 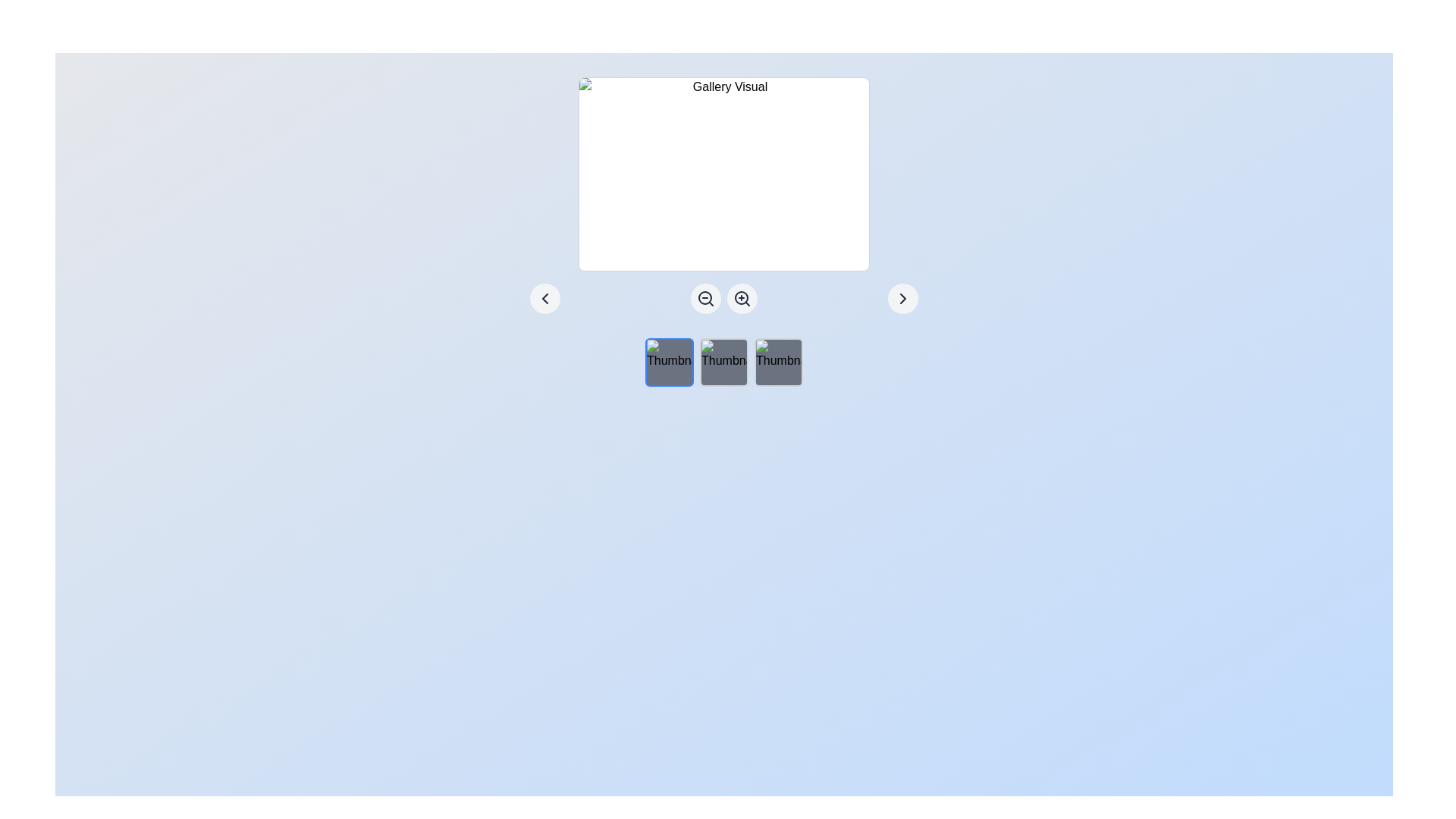 I want to click on the second button from the left in the horizontal arrangement below the 'Gallery Visual' area to zoom in on the displayed content or image, so click(x=742, y=298).